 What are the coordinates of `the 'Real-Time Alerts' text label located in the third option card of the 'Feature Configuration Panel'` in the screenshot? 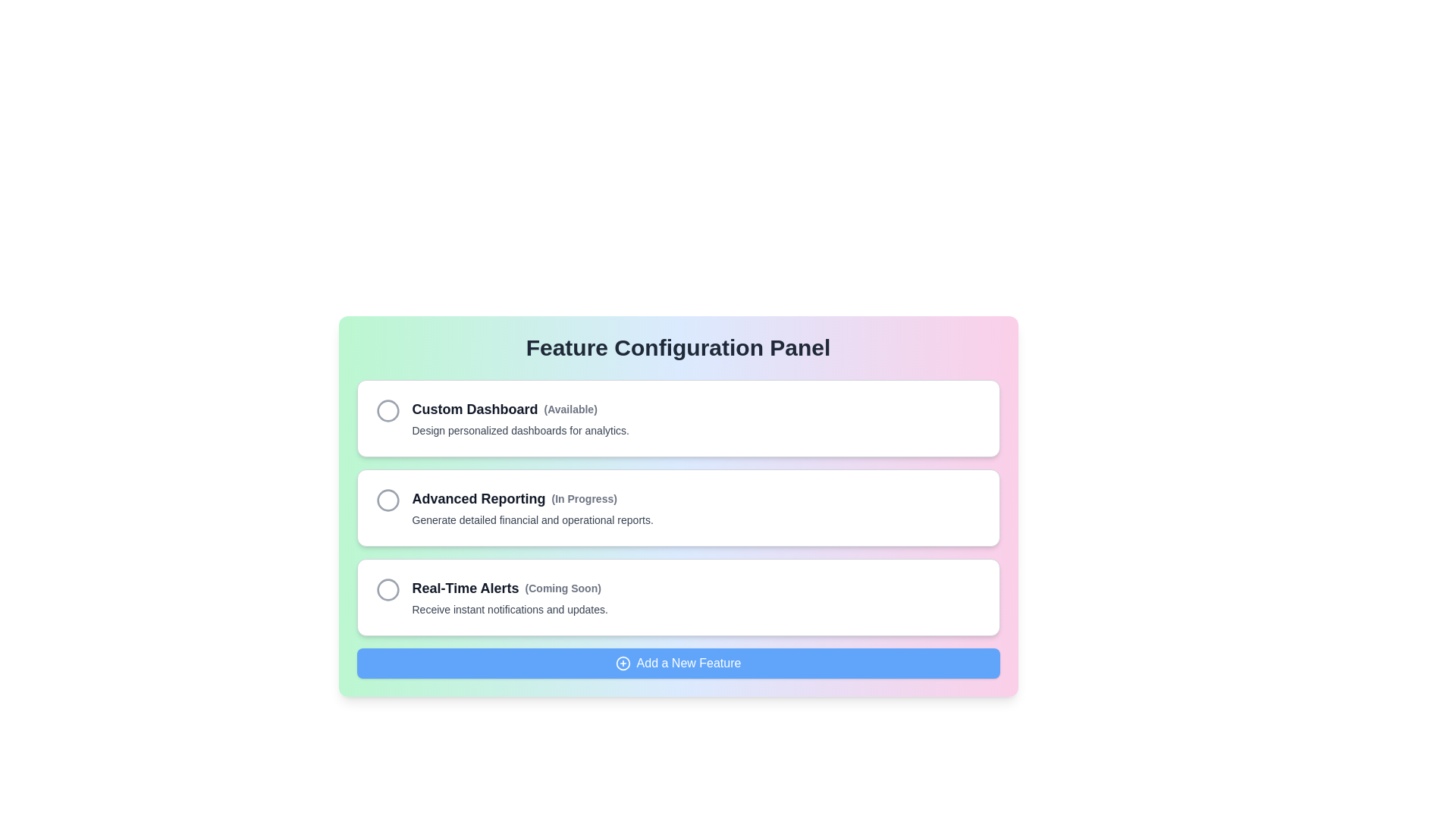 It's located at (465, 587).